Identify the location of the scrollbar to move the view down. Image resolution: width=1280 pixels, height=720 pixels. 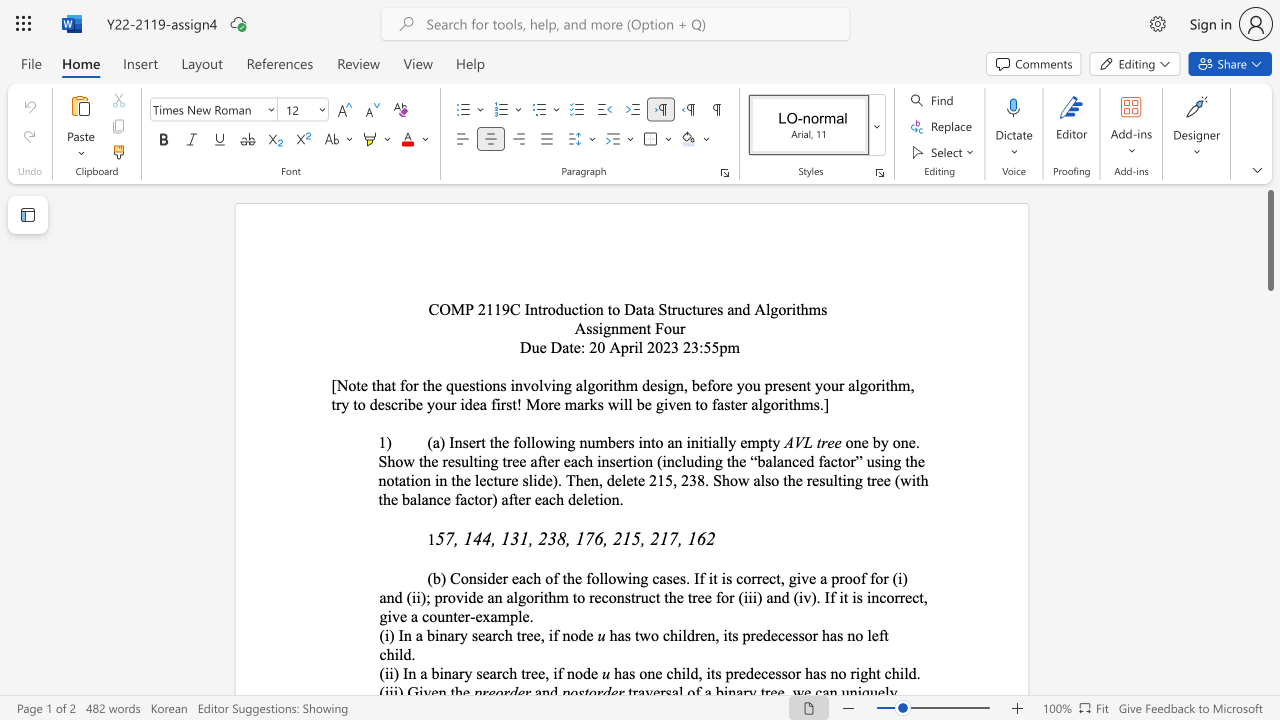
(1269, 518).